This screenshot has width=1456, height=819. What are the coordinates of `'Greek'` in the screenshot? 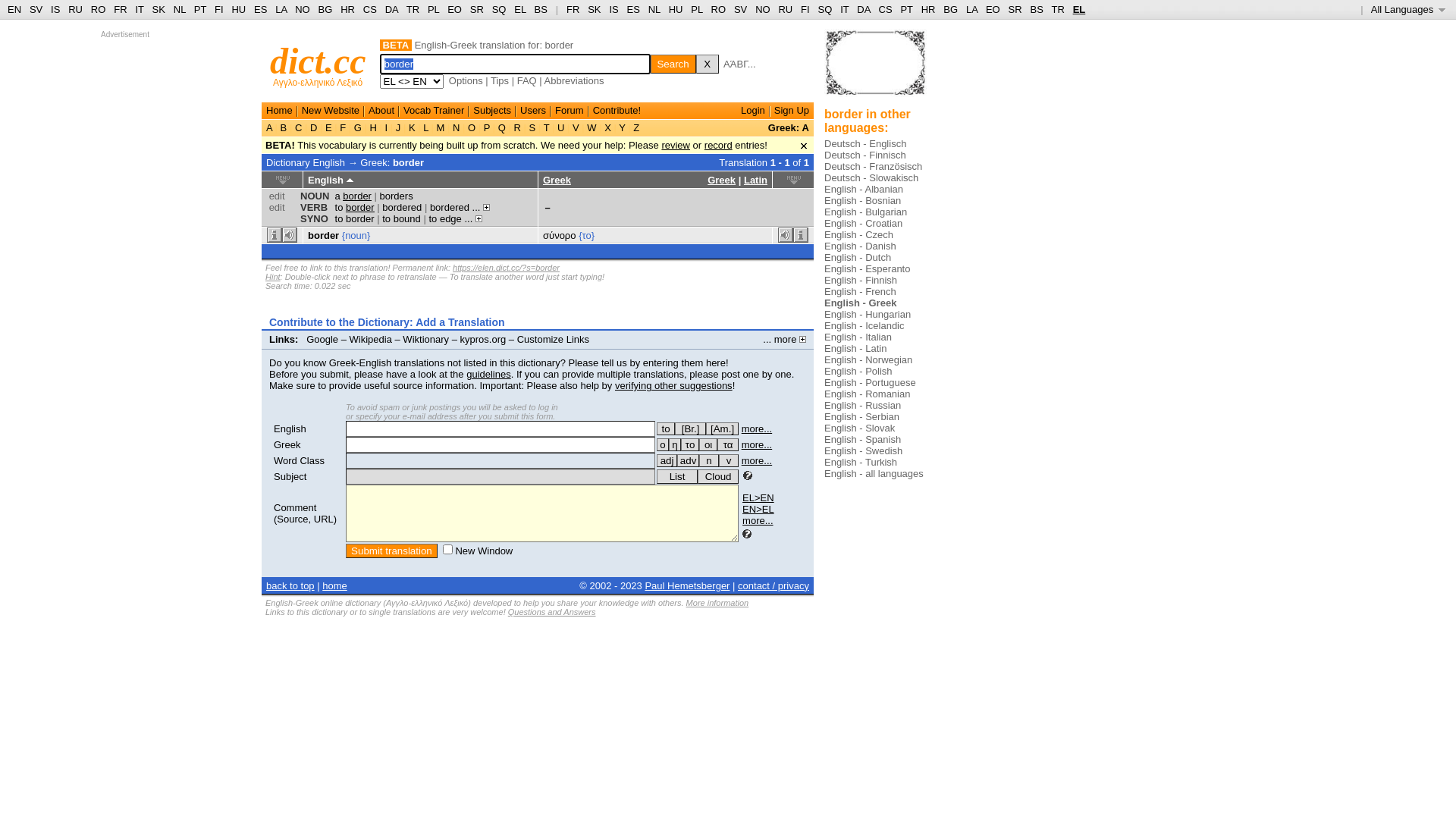 It's located at (273, 444).